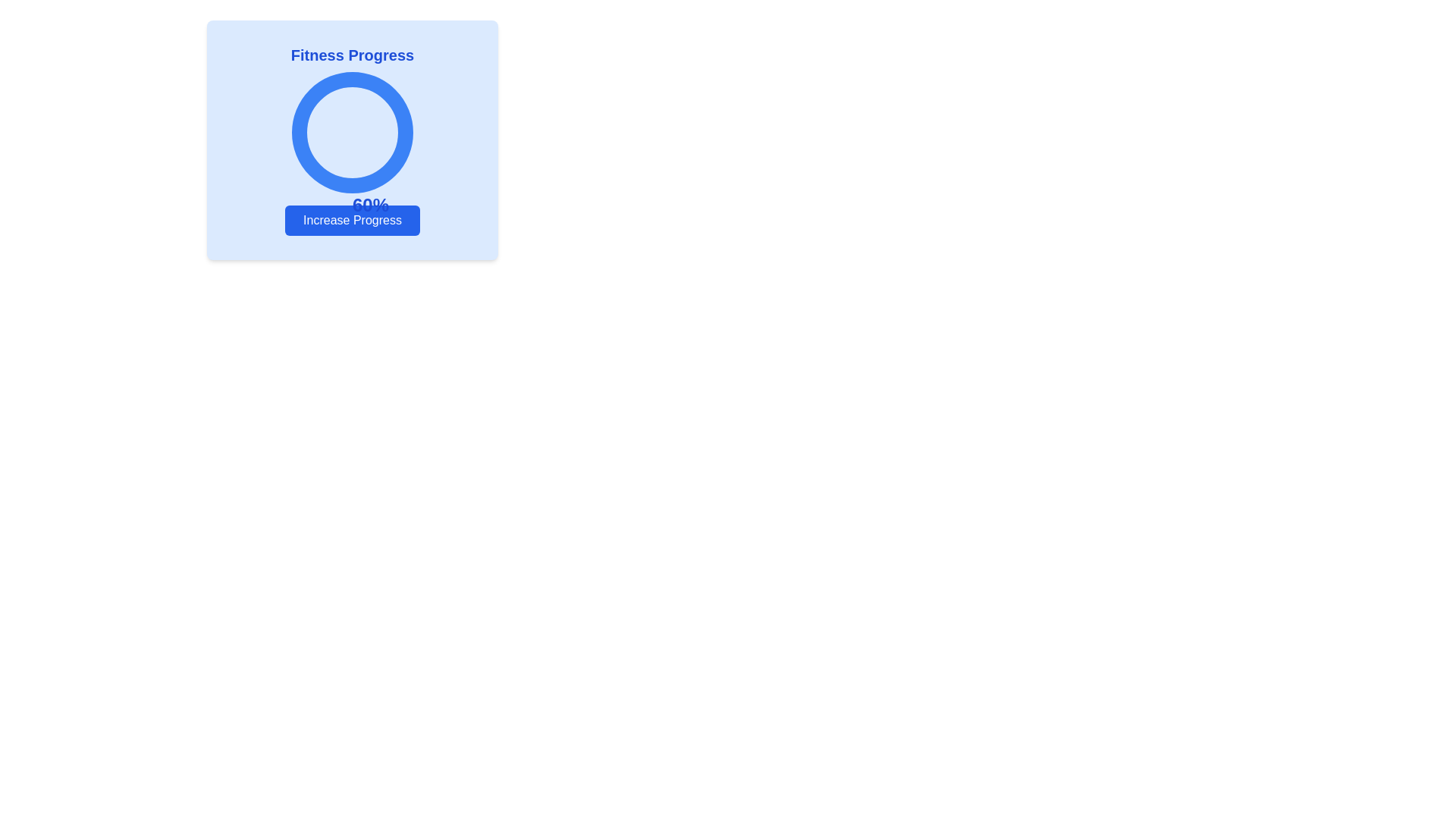 The height and width of the screenshot is (819, 1456). What do you see at coordinates (352, 131) in the screenshot?
I see `the inner circle within the 'Fitness Progress' box, which serves as a graphical indicator` at bounding box center [352, 131].